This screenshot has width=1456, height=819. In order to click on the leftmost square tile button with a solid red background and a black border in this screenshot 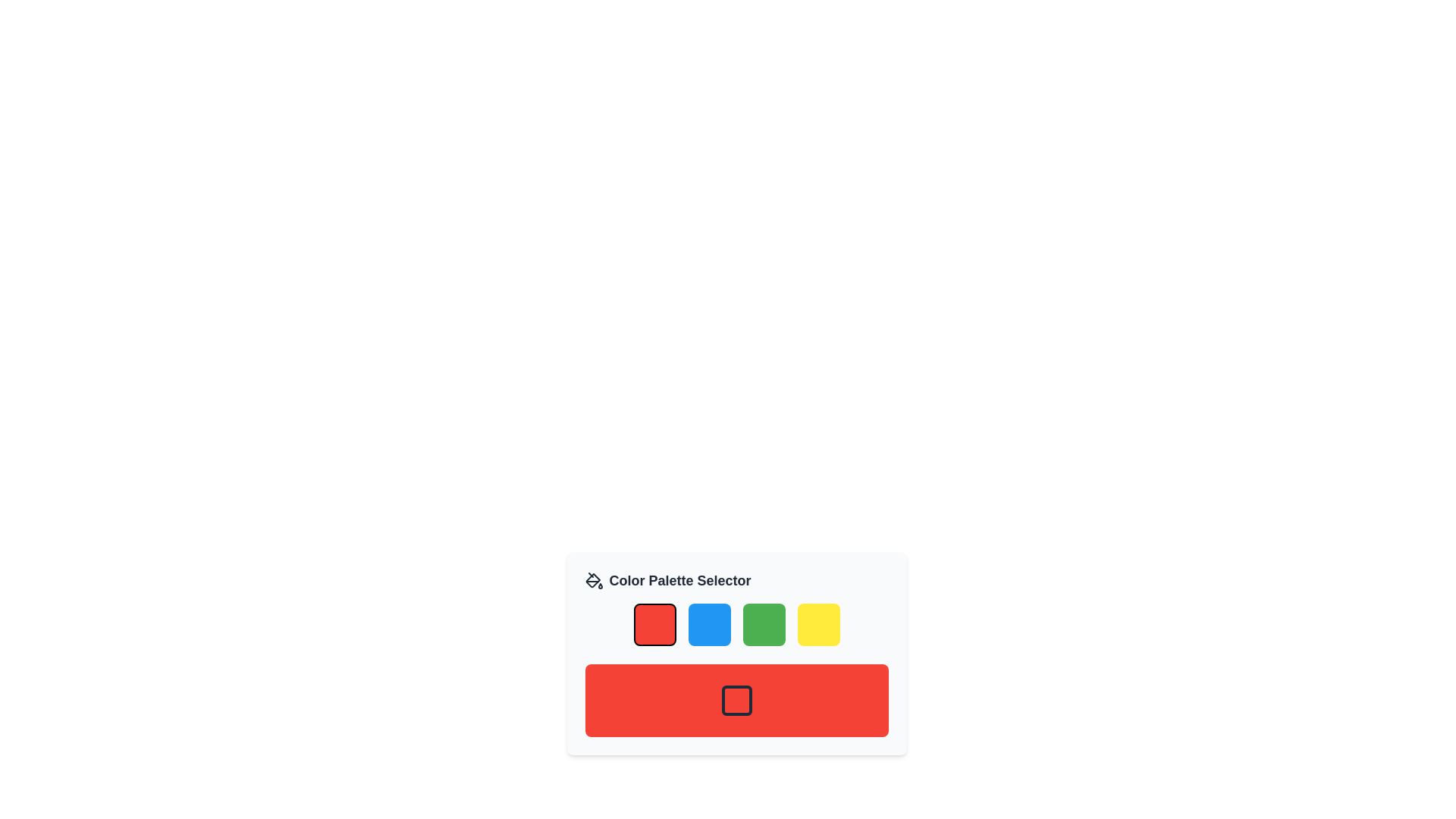, I will do `click(654, 625)`.